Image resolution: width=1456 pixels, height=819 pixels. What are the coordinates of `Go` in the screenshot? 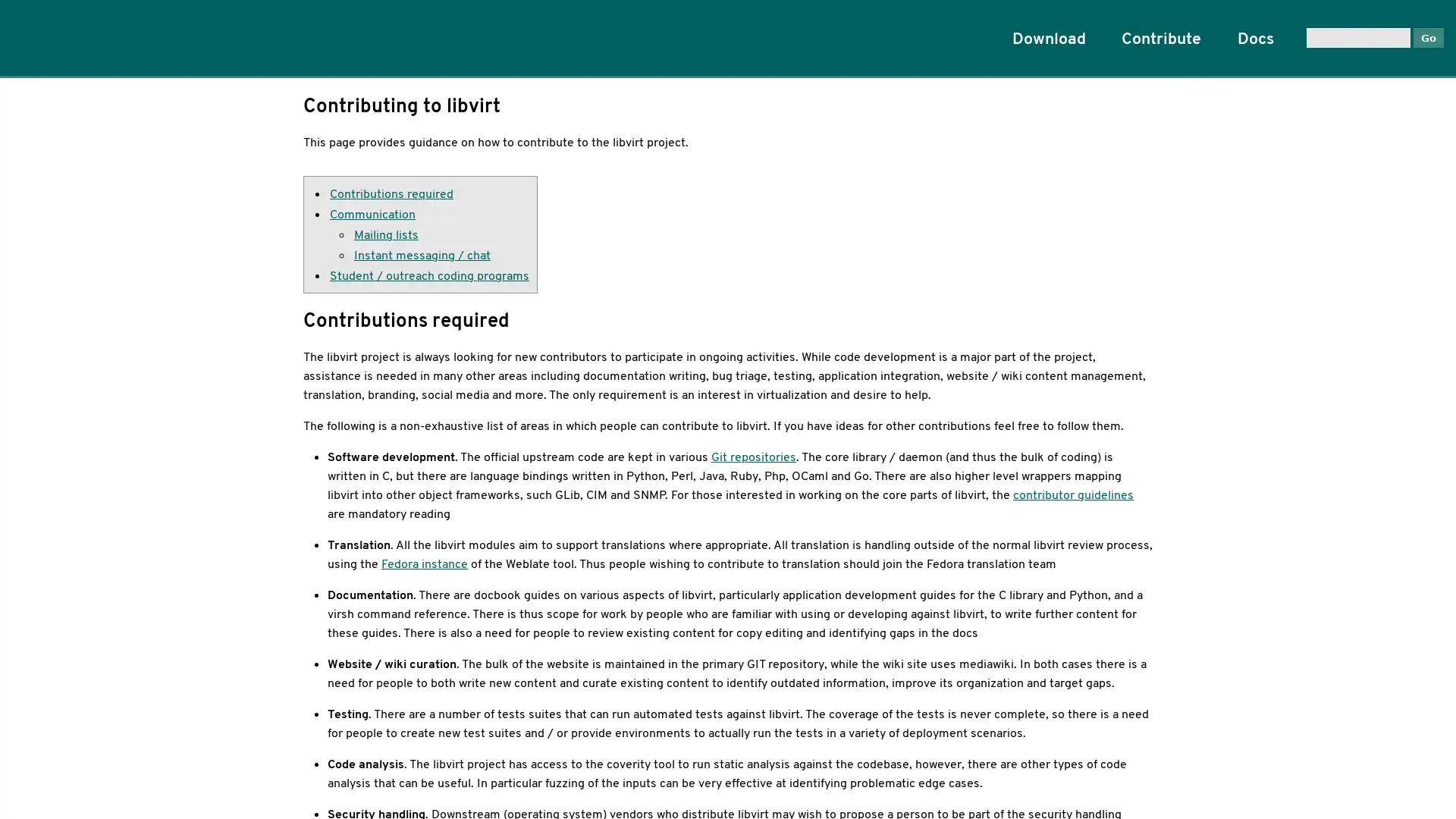 It's located at (1427, 36).